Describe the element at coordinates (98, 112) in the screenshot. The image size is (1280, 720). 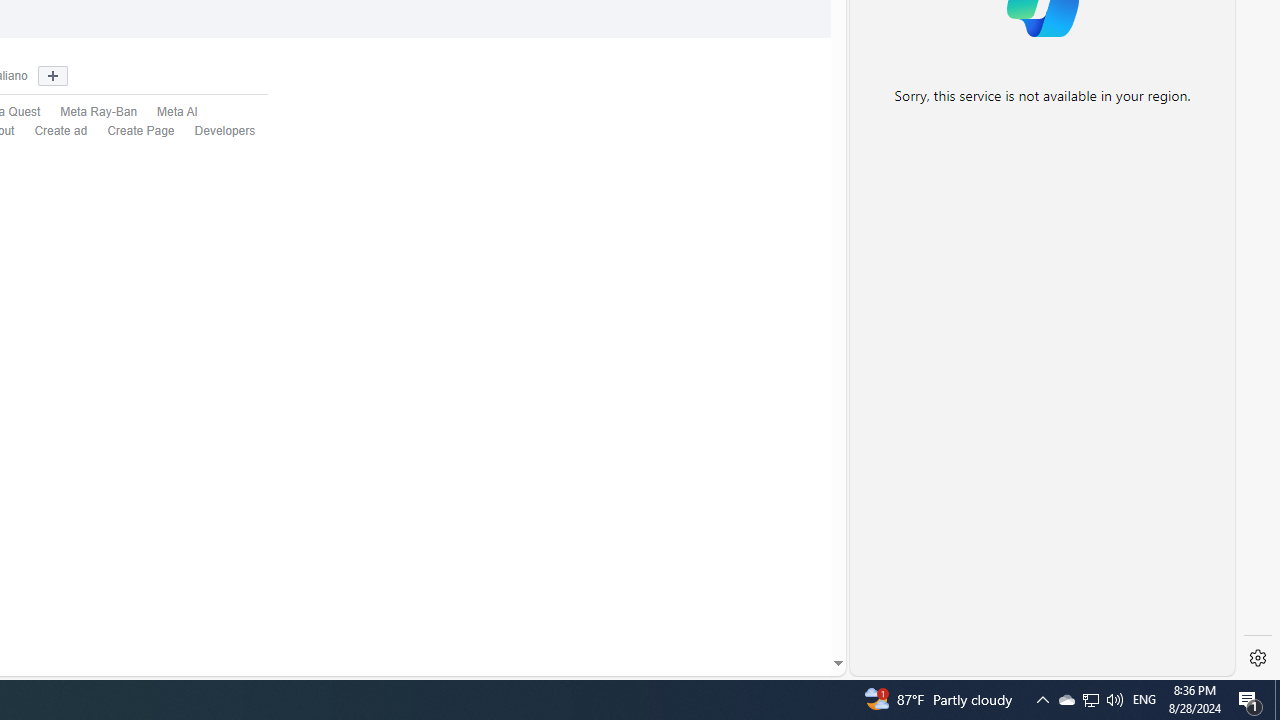
I see `'Meta Ray-Ban'` at that location.